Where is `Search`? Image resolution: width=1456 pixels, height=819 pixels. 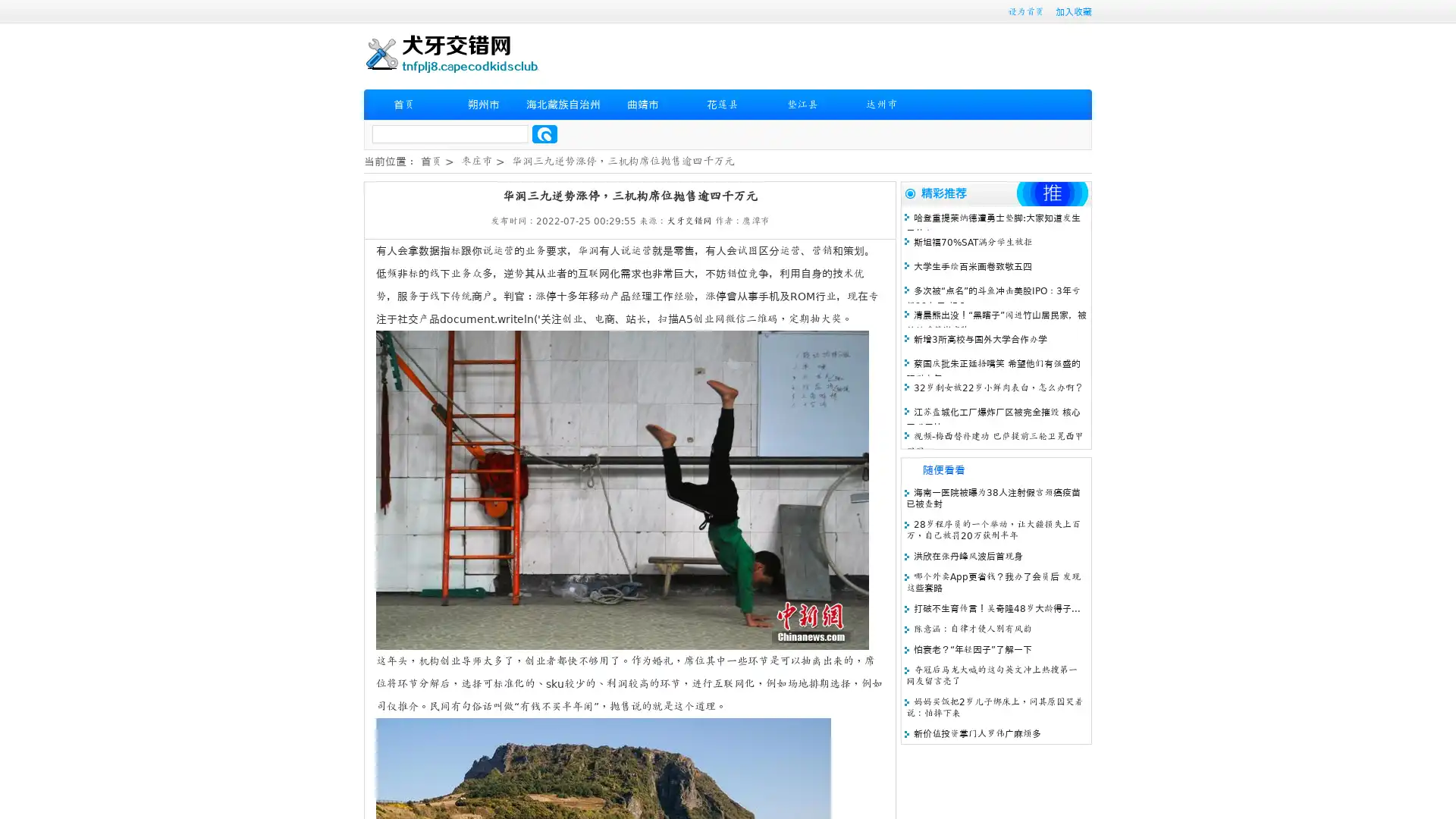 Search is located at coordinates (544, 133).